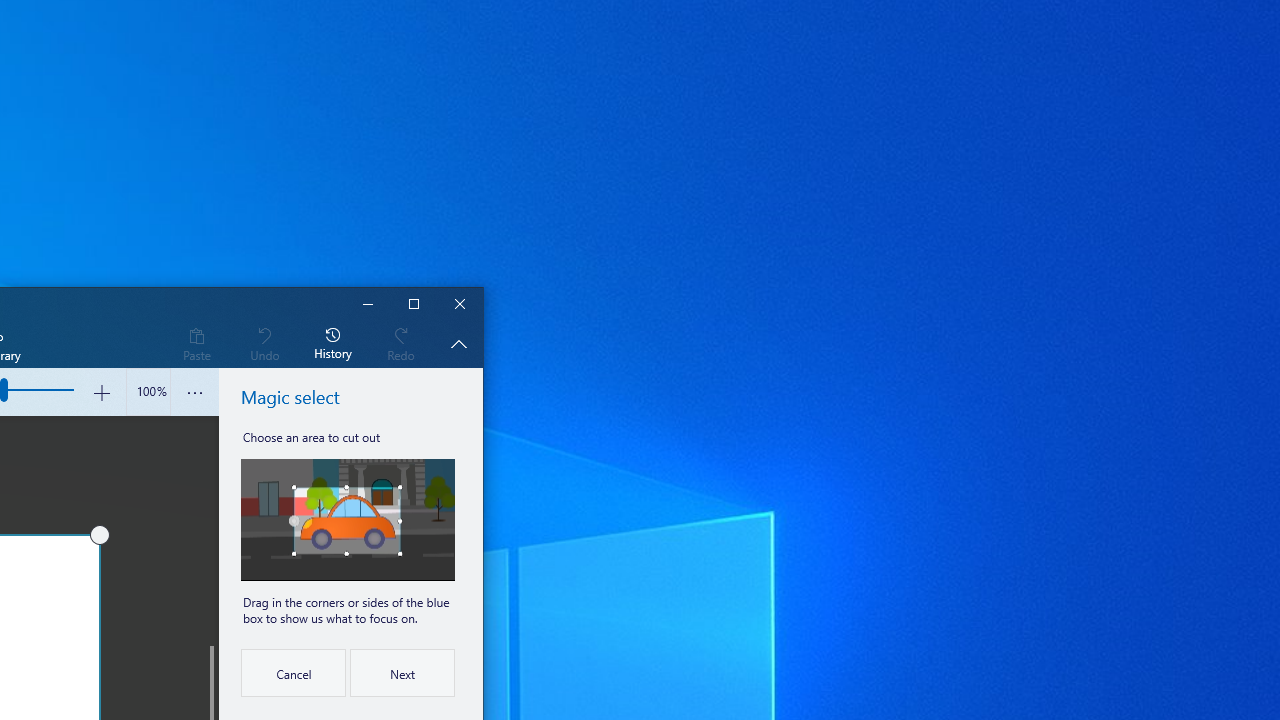  I want to click on 'History', so click(333, 342).